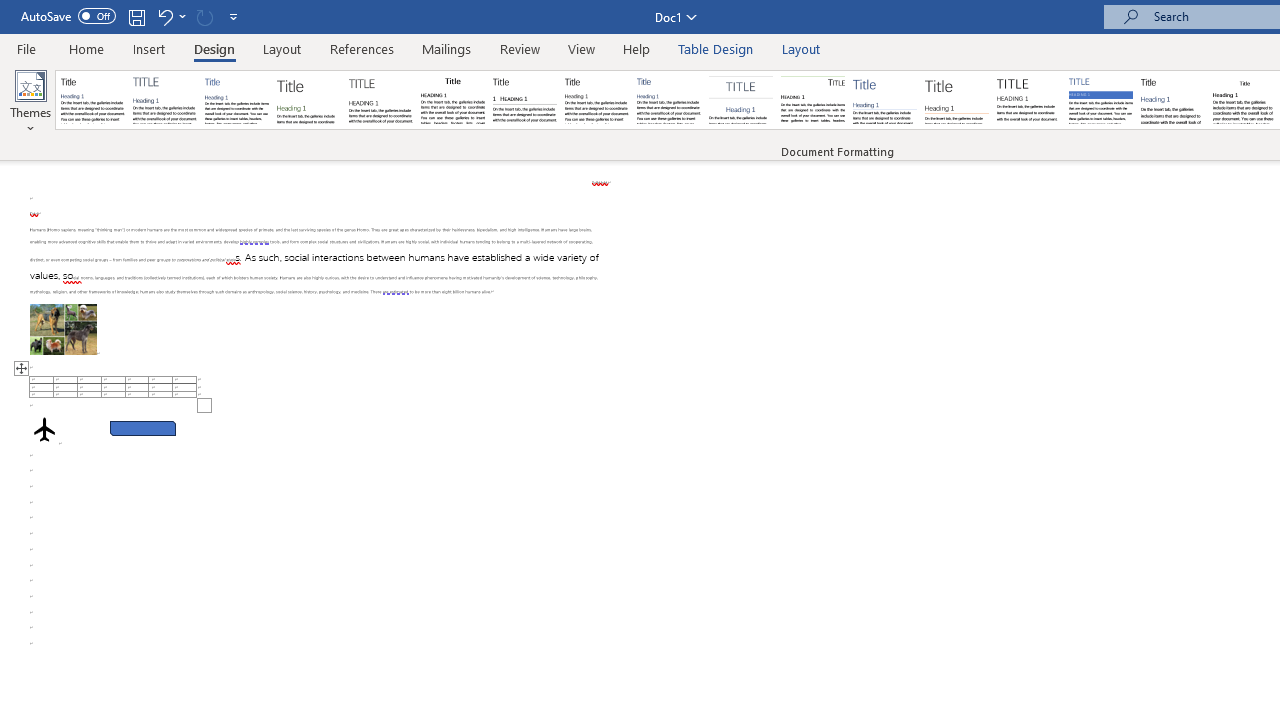  What do you see at coordinates (308, 100) in the screenshot?
I see `'Basic (Stylish)'` at bounding box center [308, 100].